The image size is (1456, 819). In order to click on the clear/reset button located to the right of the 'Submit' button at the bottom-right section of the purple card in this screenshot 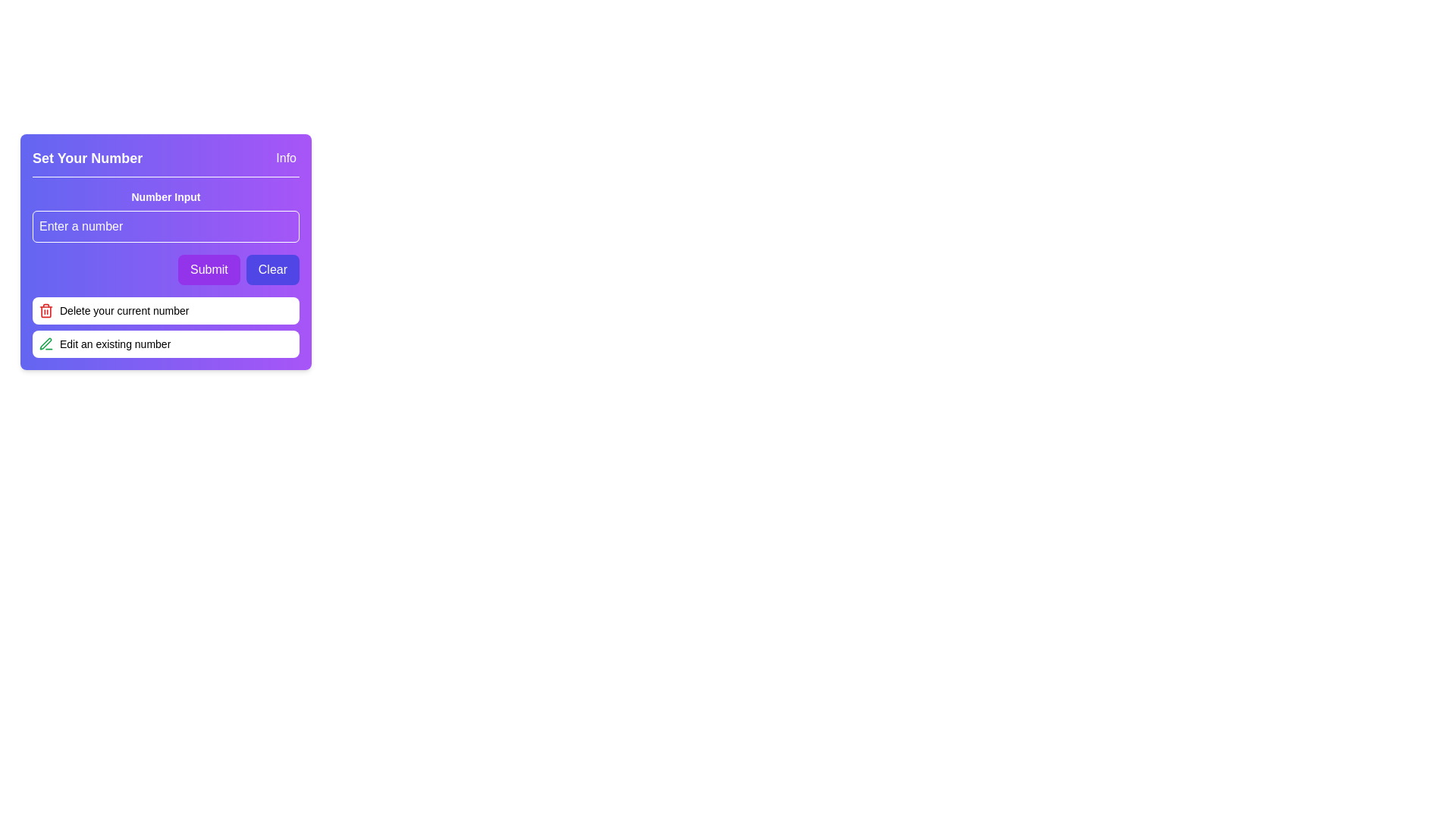, I will do `click(272, 268)`.